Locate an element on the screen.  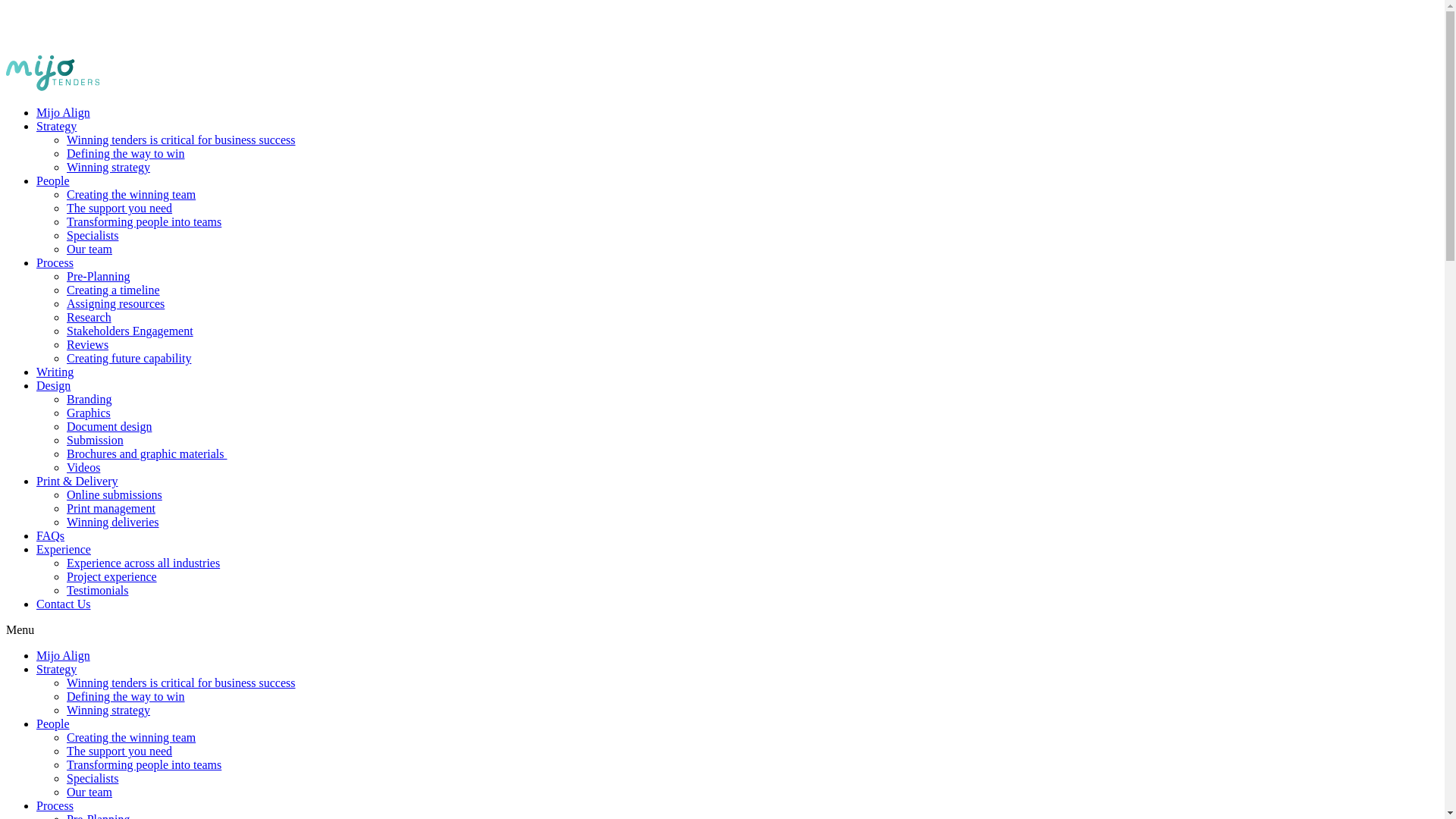
'Experience across all industries' is located at coordinates (143, 563).